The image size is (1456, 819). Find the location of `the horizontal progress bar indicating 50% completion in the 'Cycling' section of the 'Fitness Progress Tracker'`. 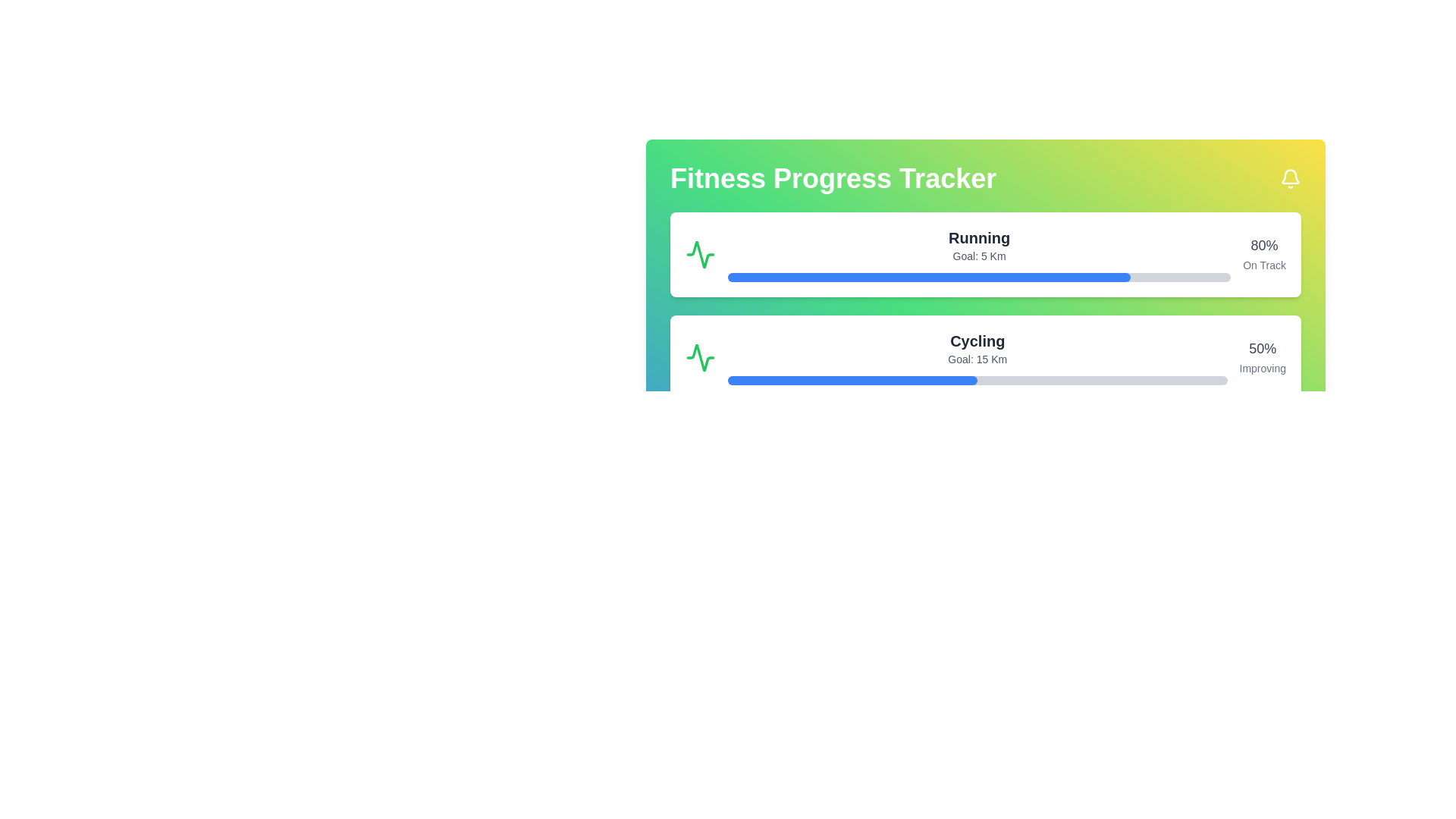

the horizontal progress bar indicating 50% completion in the 'Cycling' section of the 'Fitness Progress Tracker' is located at coordinates (977, 379).